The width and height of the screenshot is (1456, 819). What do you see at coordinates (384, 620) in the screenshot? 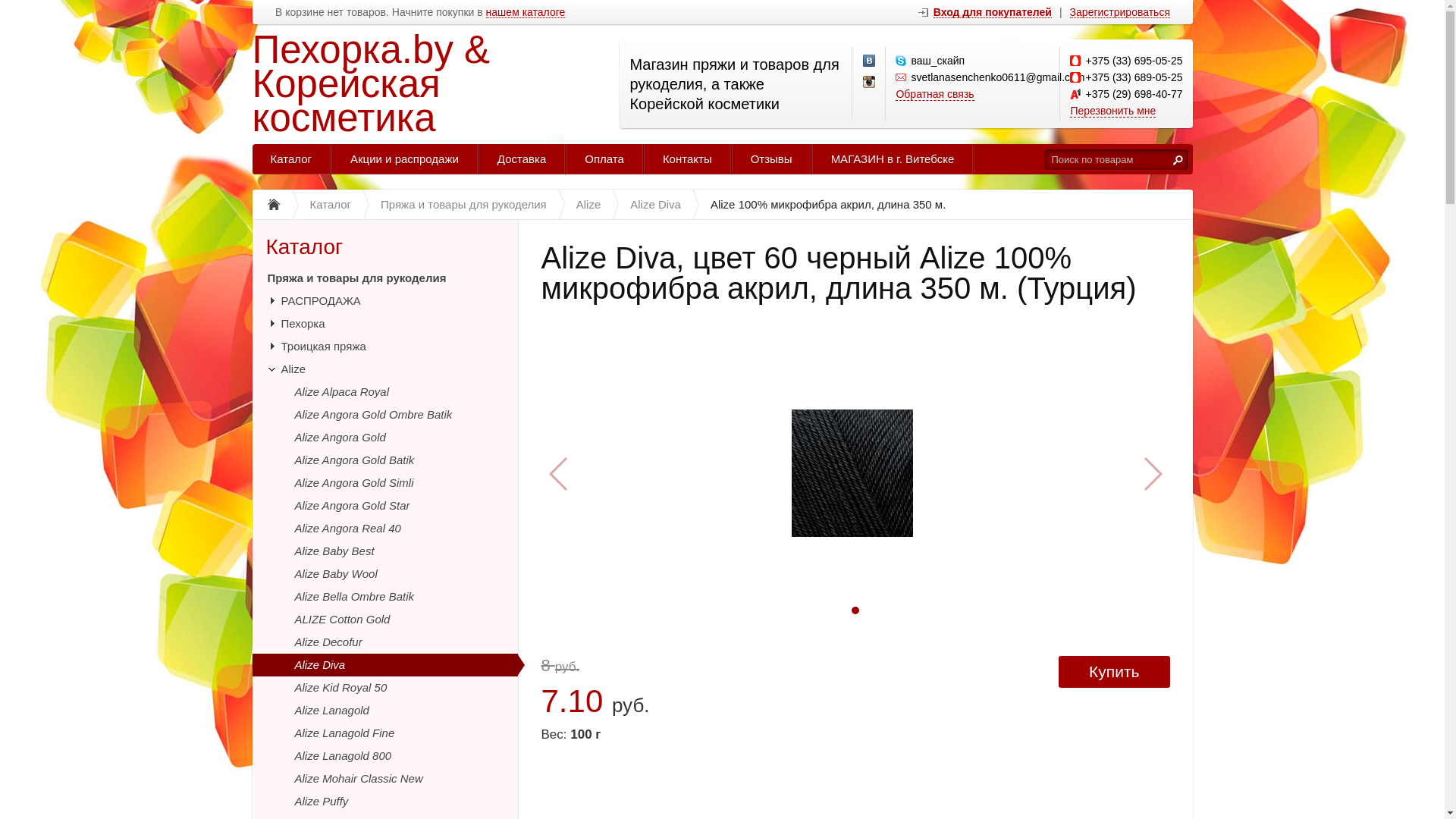
I see `'ALIZE Cotton Gold'` at bounding box center [384, 620].